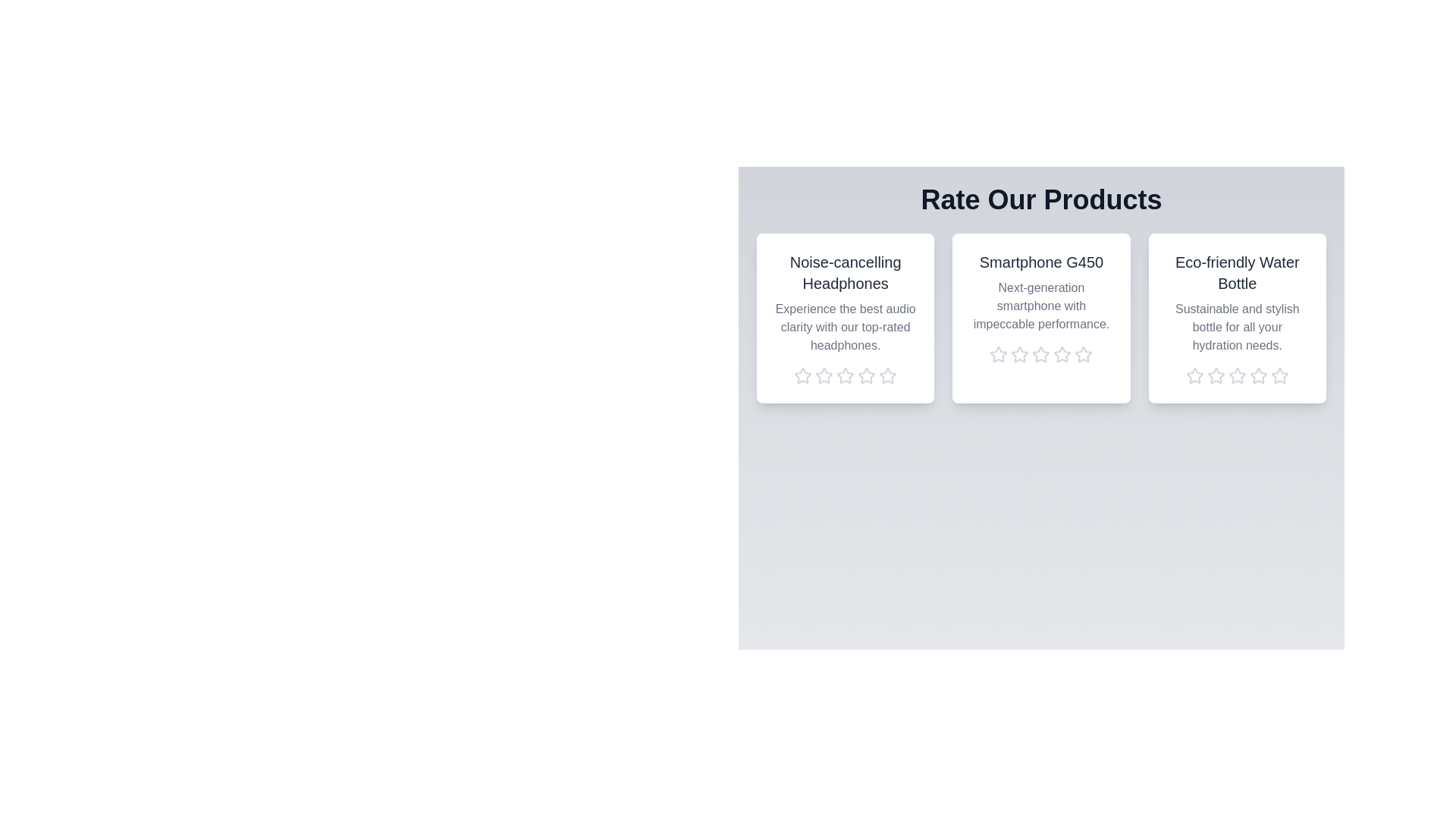 The width and height of the screenshot is (1456, 819). Describe the element at coordinates (1237, 318) in the screenshot. I see `the product card for Eco-friendly Water Bottle` at that location.